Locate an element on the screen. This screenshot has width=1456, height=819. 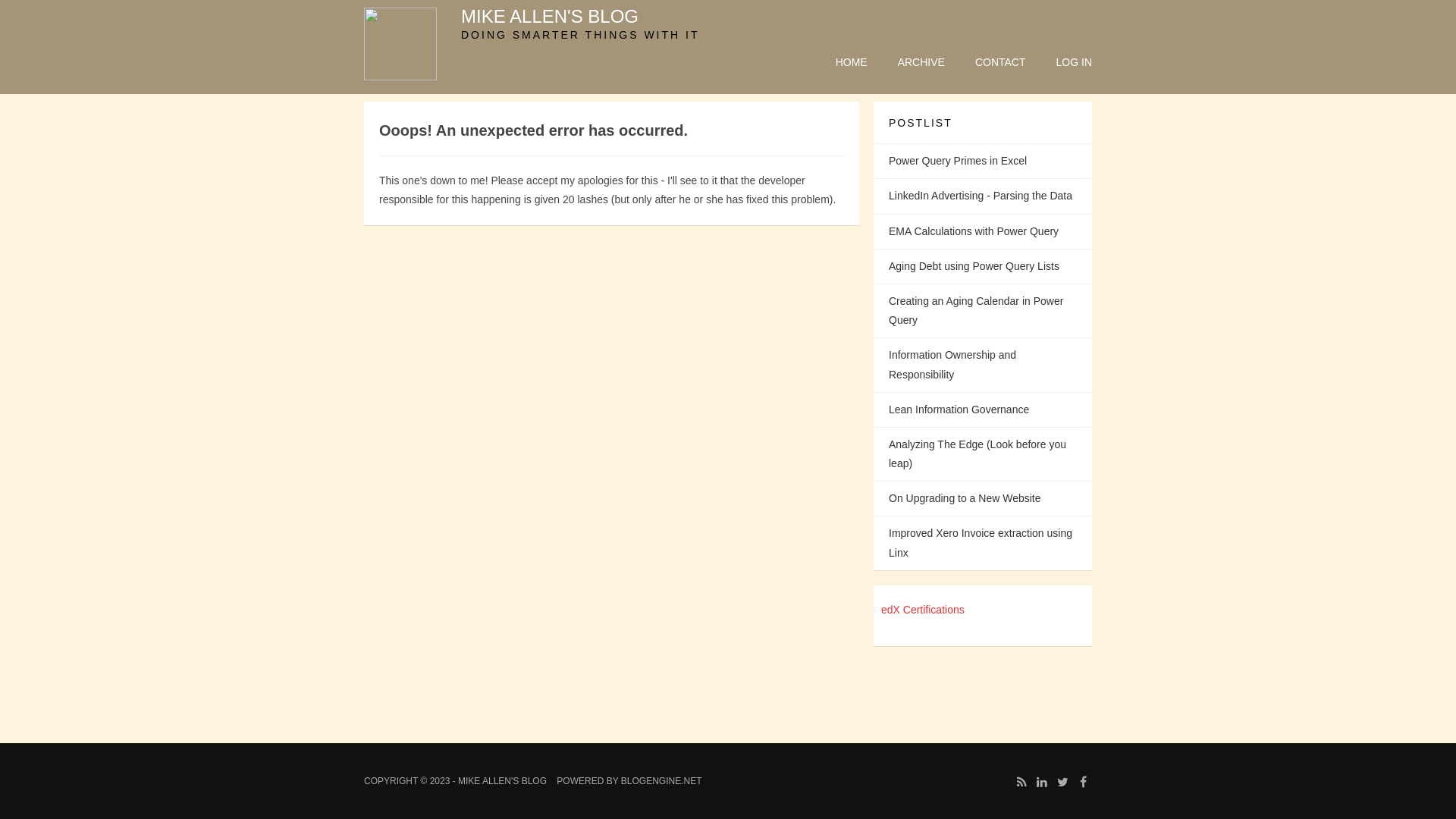
'Lean Information Governance' is located at coordinates (983, 409).